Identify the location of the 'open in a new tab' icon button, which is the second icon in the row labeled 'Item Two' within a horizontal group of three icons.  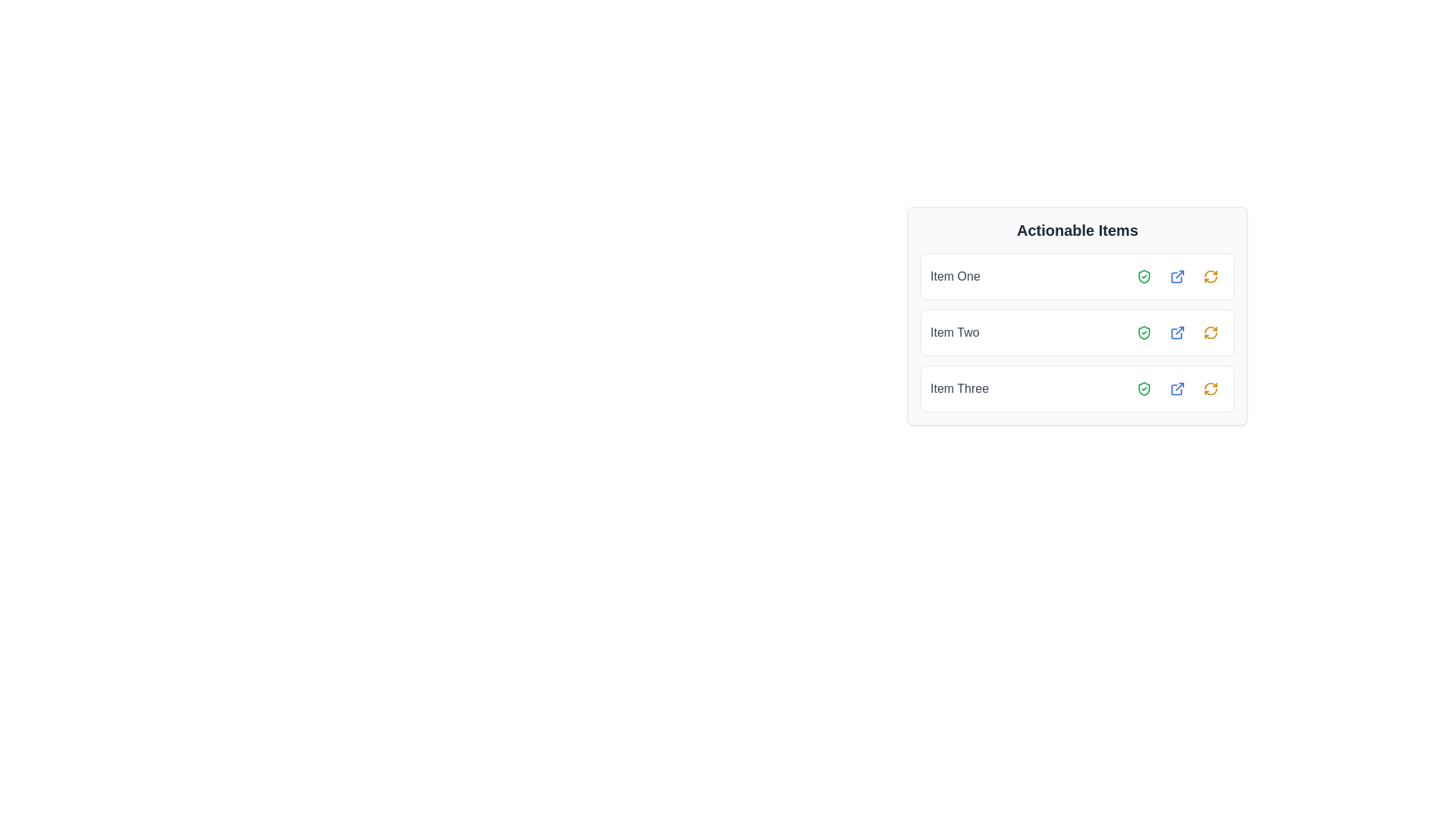
(1177, 332).